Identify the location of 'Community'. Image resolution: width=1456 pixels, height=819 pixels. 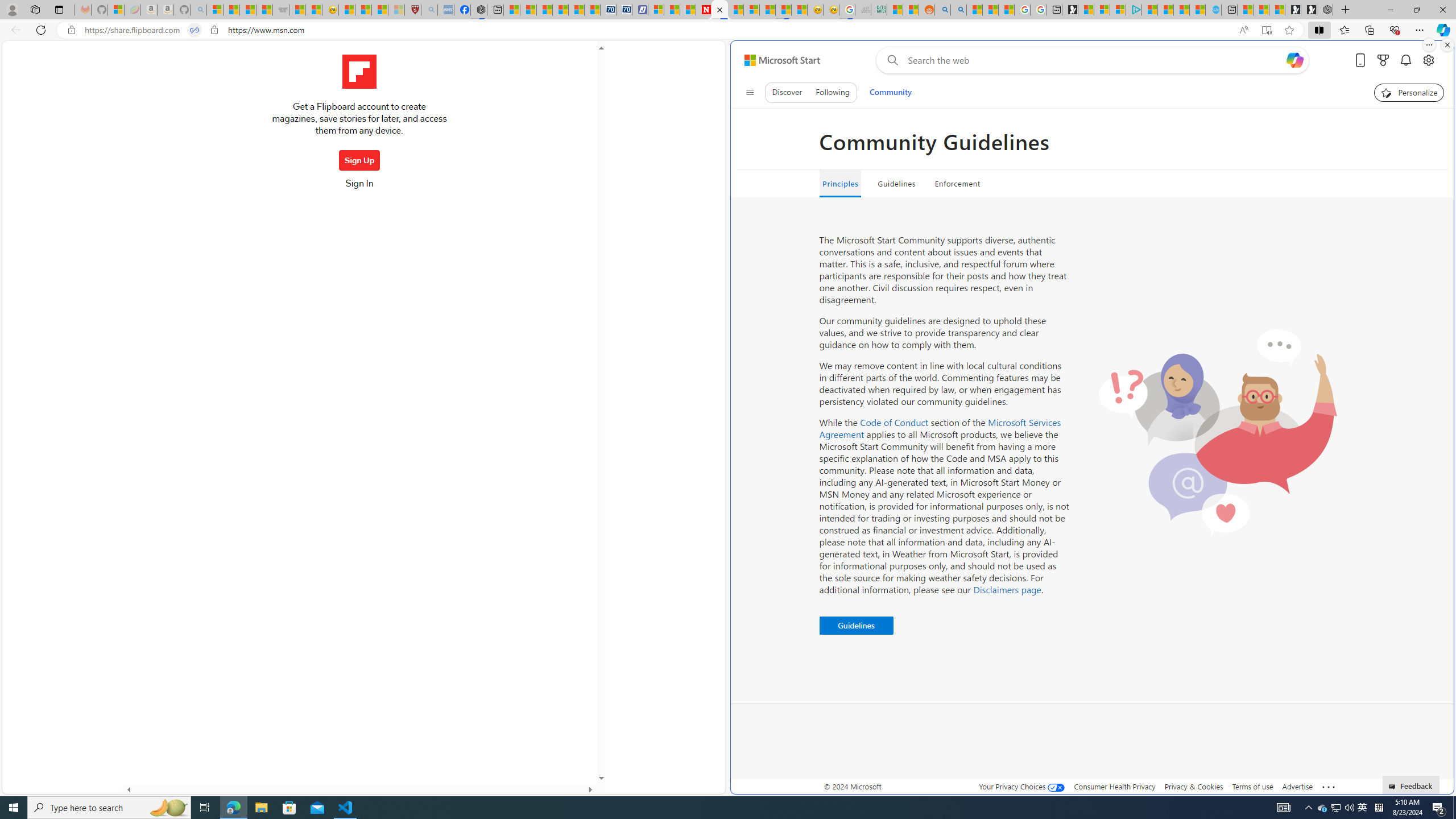
(890, 92).